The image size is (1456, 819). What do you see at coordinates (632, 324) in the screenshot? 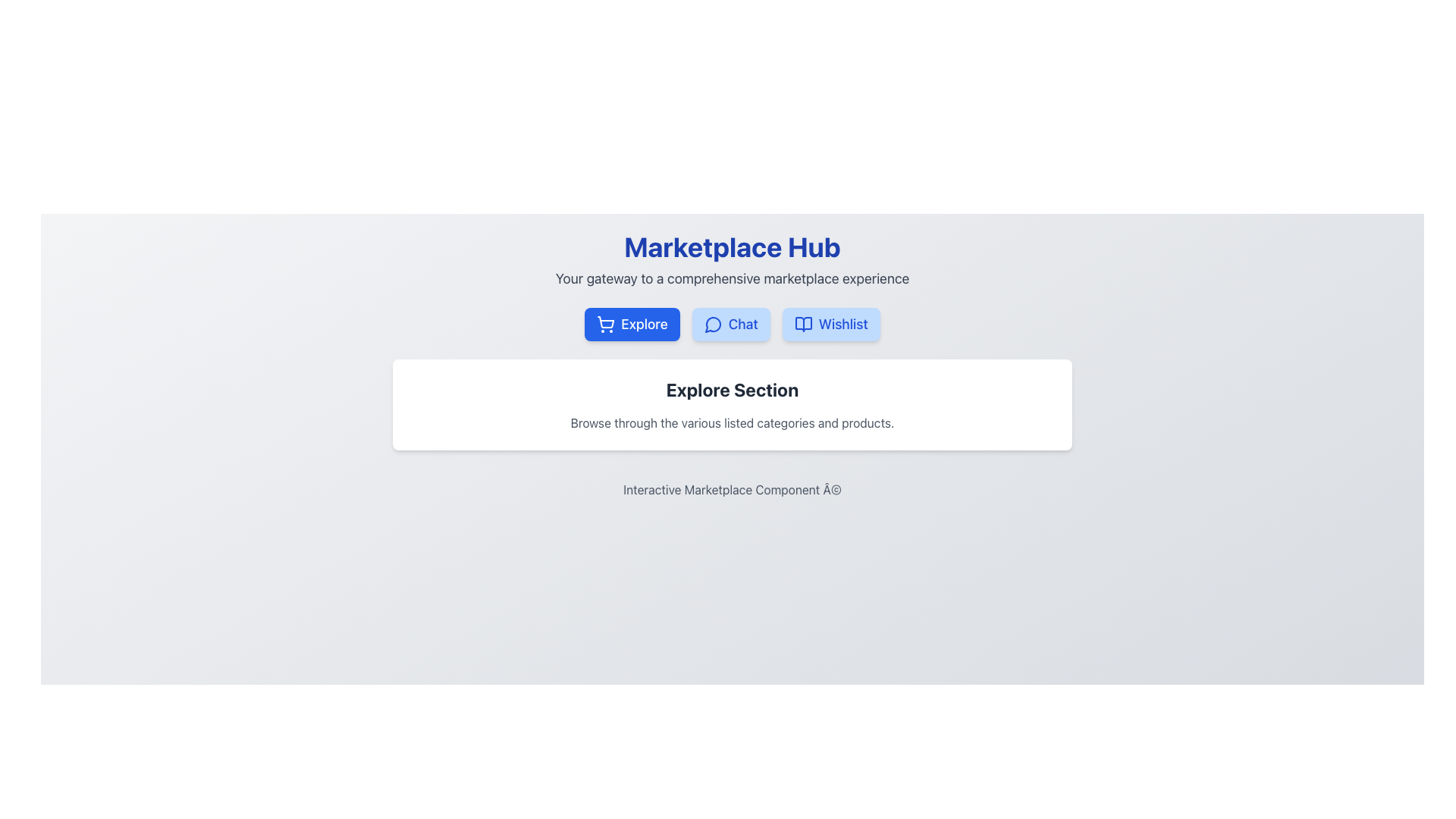
I see `the blue button labeled 'Explore' with a shopping cart icon to change its shadow effect` at bounding box center [632, 324].